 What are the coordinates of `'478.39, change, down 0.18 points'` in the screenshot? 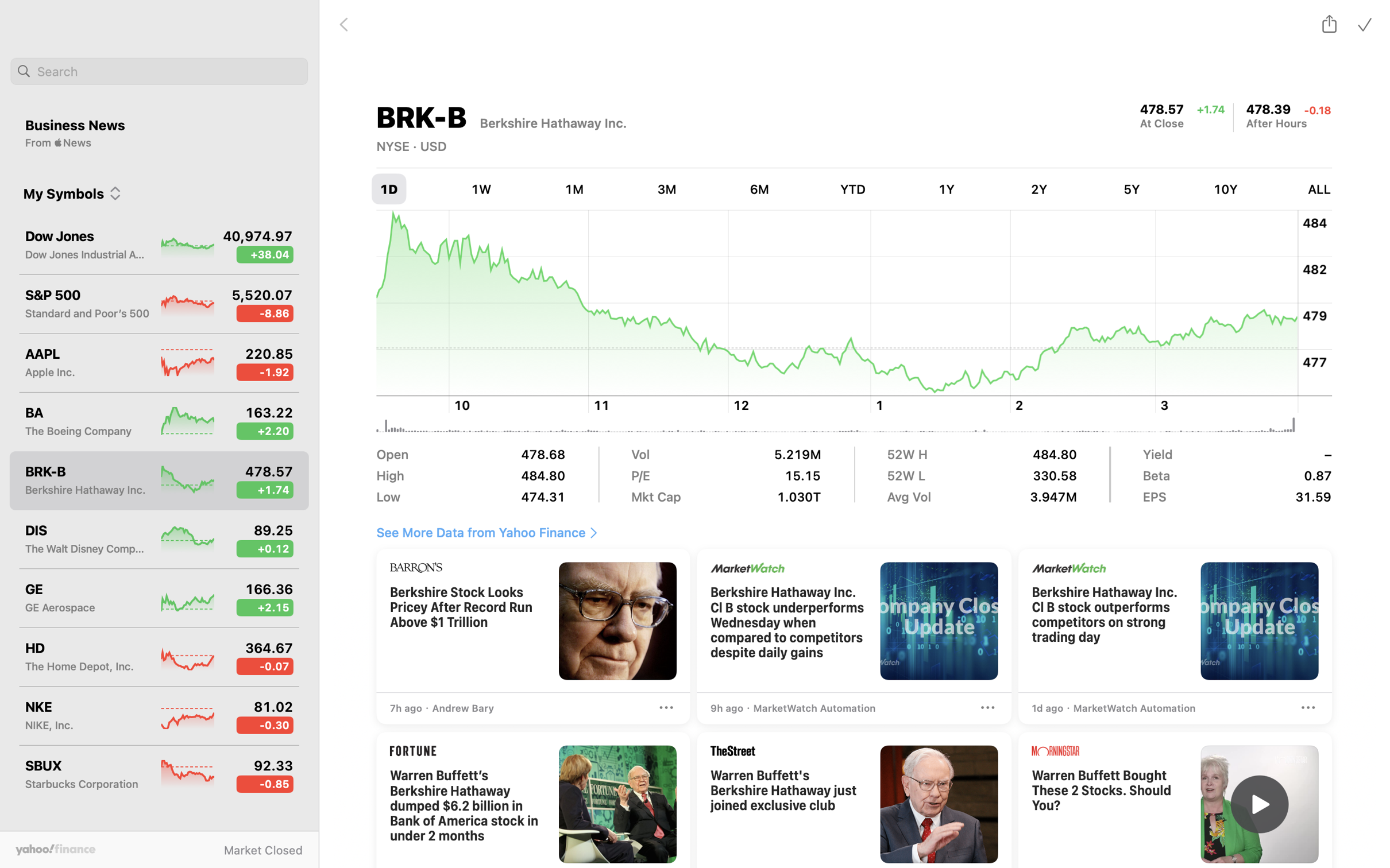 It's located at (1268, 109).